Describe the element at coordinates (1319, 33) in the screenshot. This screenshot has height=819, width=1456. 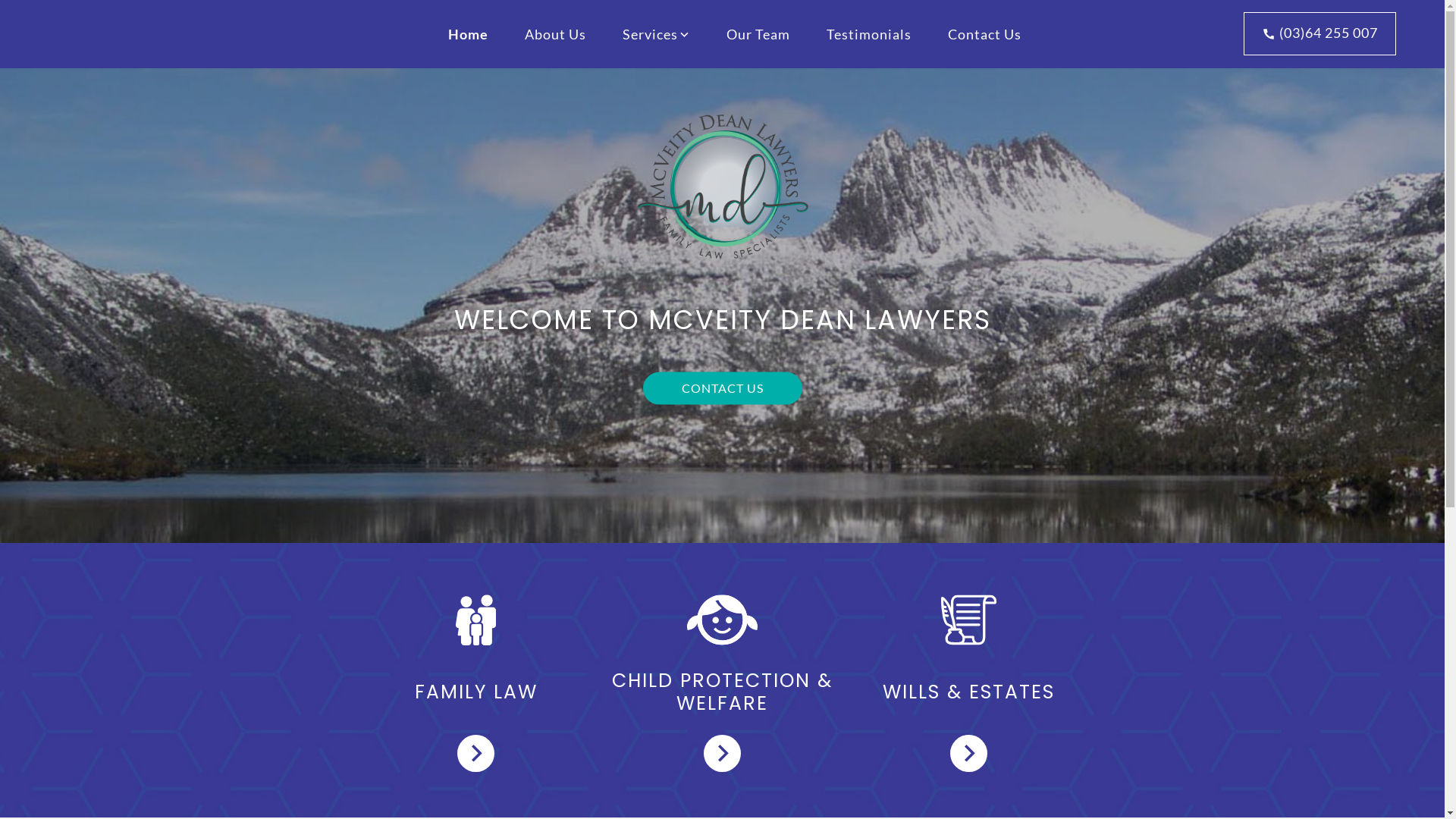
I see `'(03)64 255 007'` at that location.